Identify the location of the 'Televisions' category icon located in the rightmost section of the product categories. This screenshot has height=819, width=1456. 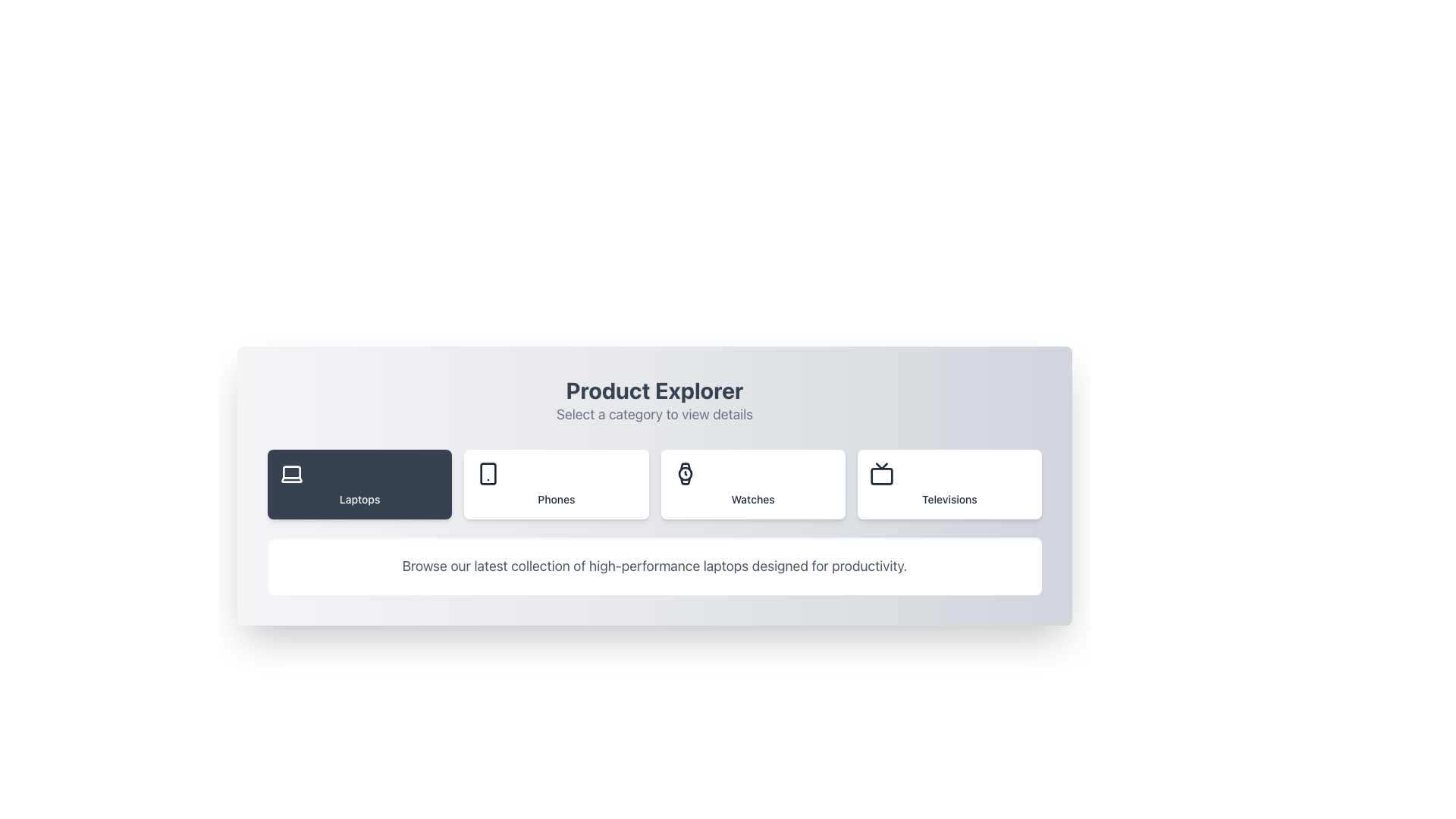
(881, 472).